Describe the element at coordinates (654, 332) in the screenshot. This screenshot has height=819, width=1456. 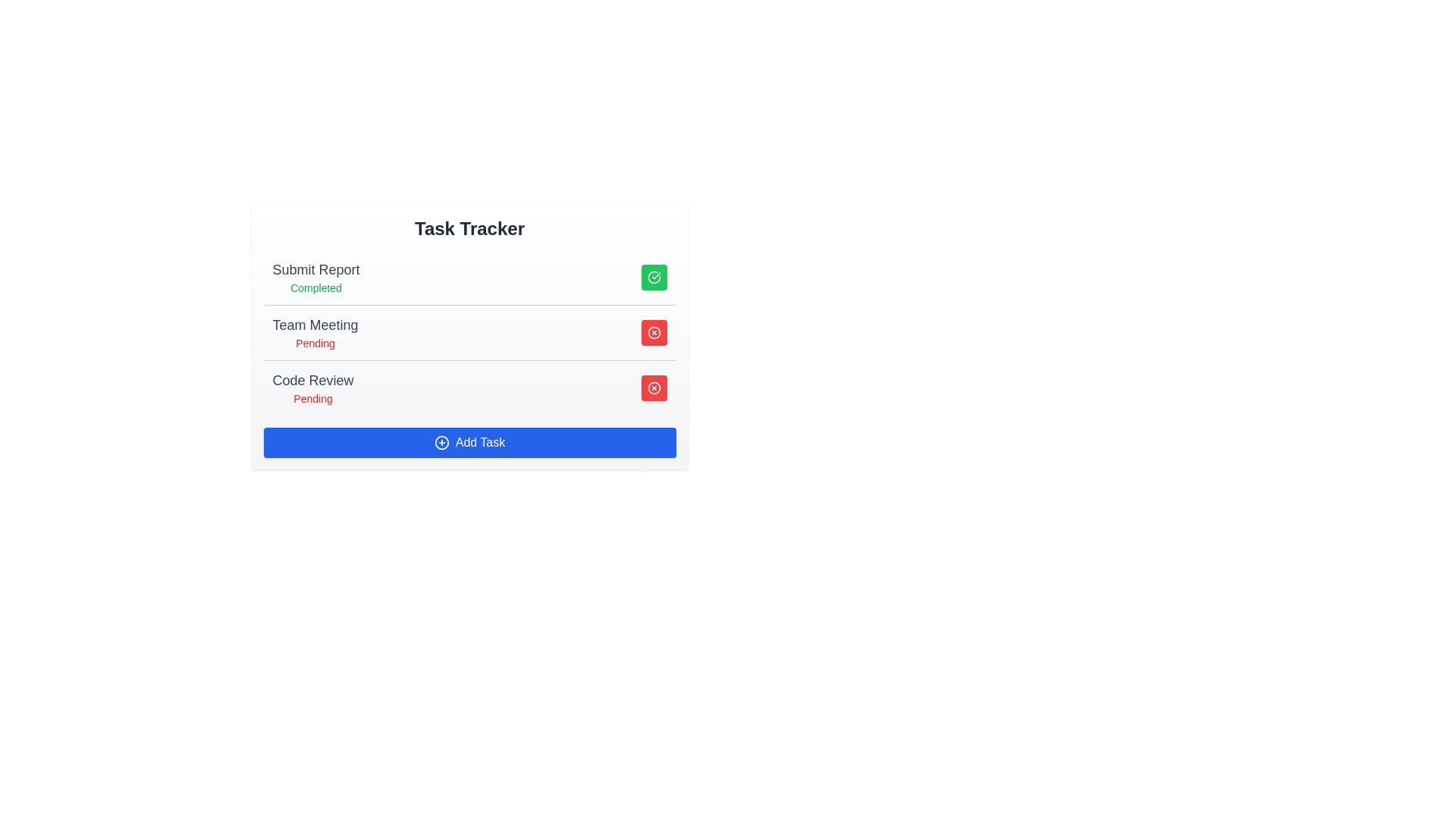
I see `the delete button located in the top-right corner of the 'Team Meeting' task entry` at that location.